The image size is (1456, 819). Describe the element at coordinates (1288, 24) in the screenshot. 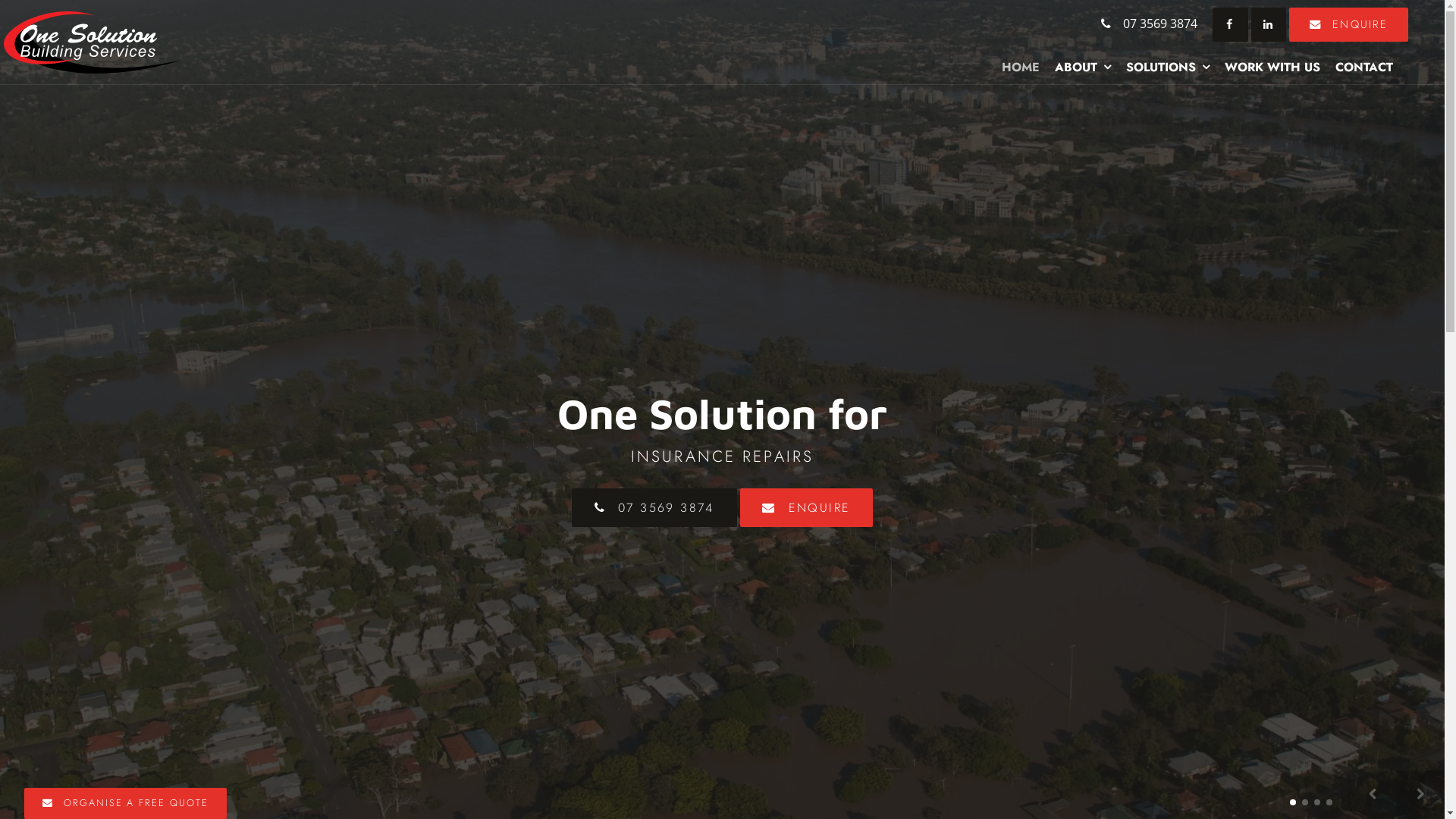

I see `'ENQUIRE'` at that location.